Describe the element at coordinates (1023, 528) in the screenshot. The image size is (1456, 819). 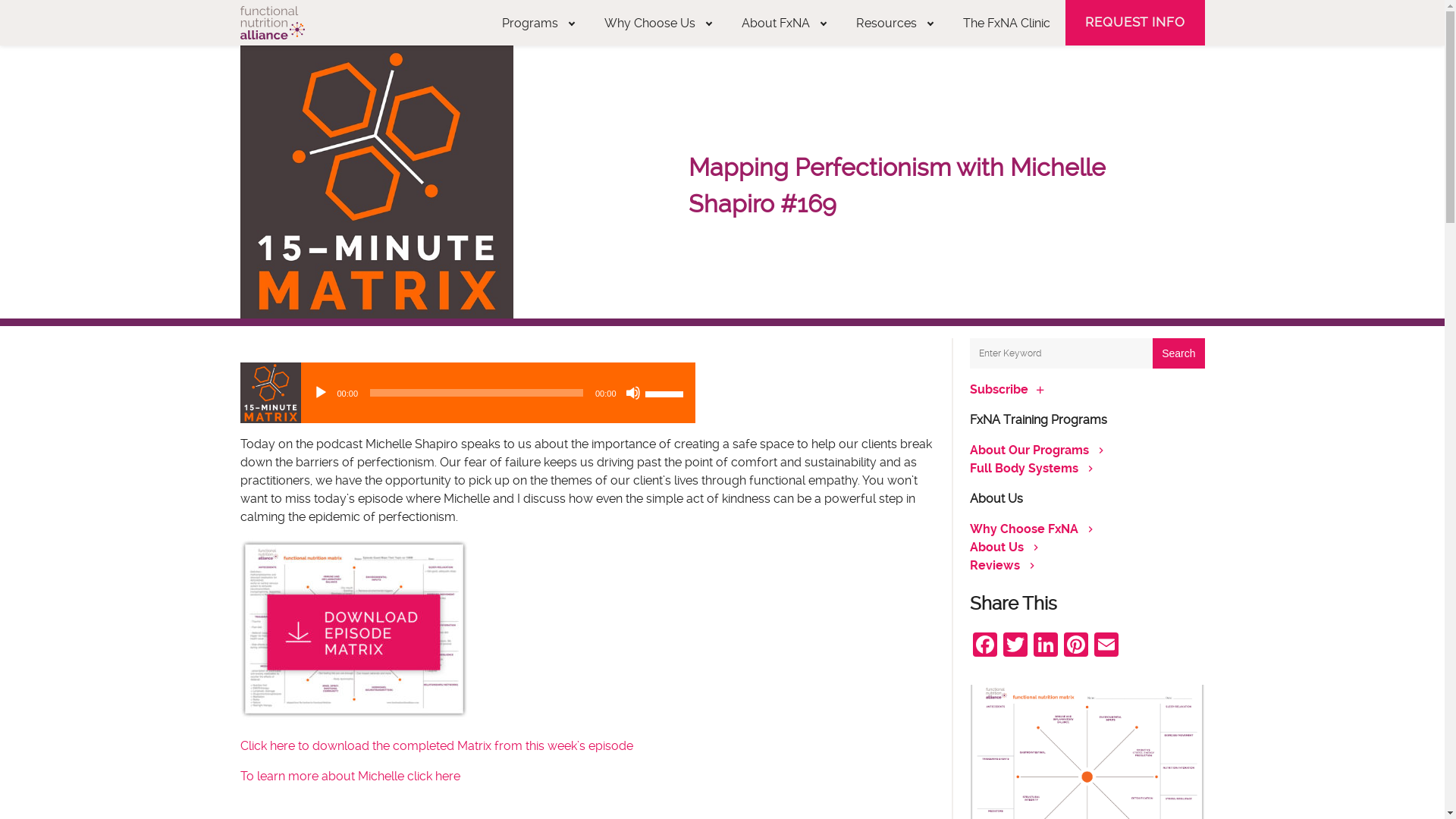
I see `'Why Choose FxNA'` at that location.